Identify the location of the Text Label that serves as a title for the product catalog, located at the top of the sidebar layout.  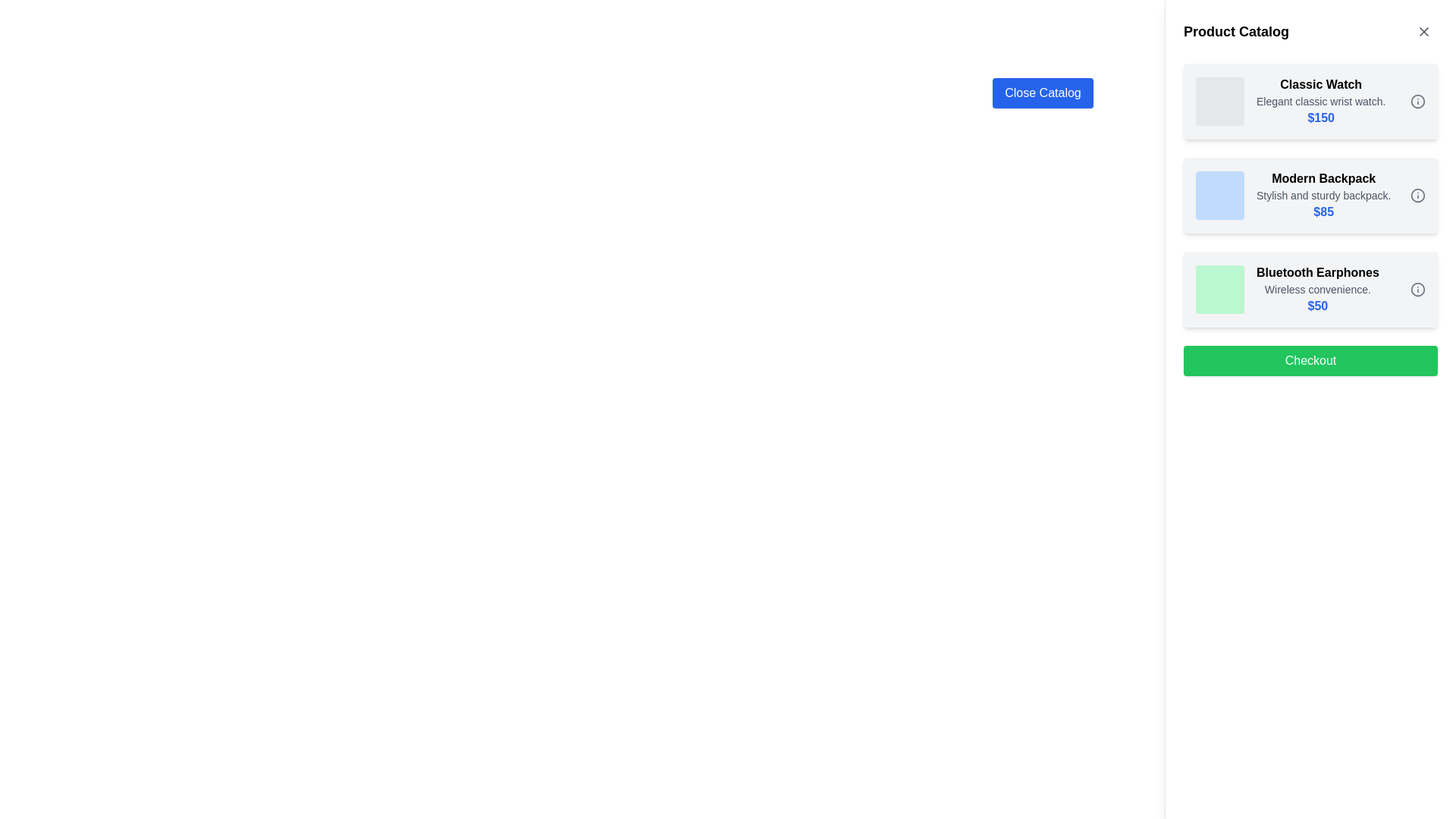
(1236, 32).